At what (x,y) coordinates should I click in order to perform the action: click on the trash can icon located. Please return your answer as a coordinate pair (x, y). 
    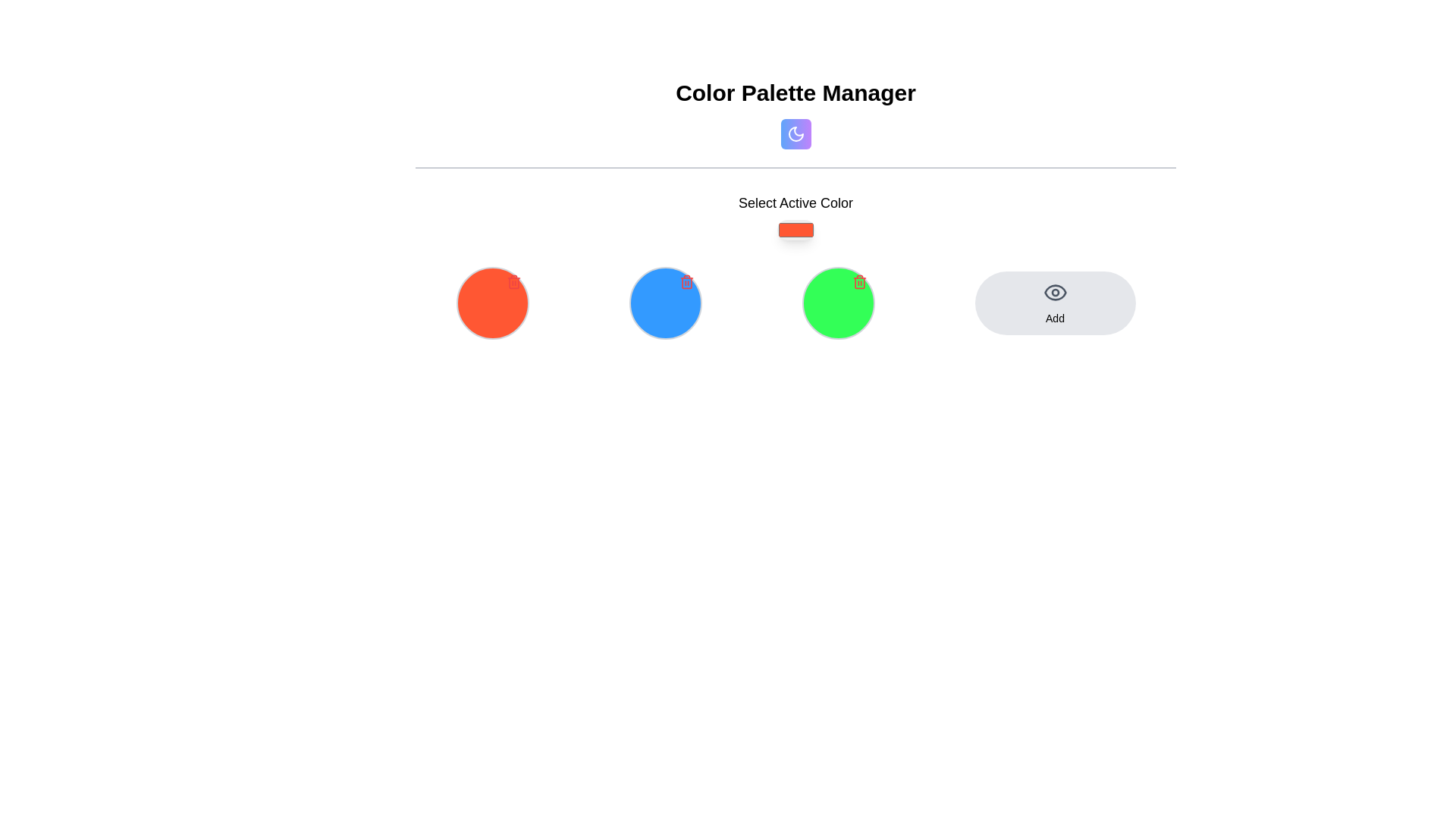
    Looking at the image, I should click on (686, 281).